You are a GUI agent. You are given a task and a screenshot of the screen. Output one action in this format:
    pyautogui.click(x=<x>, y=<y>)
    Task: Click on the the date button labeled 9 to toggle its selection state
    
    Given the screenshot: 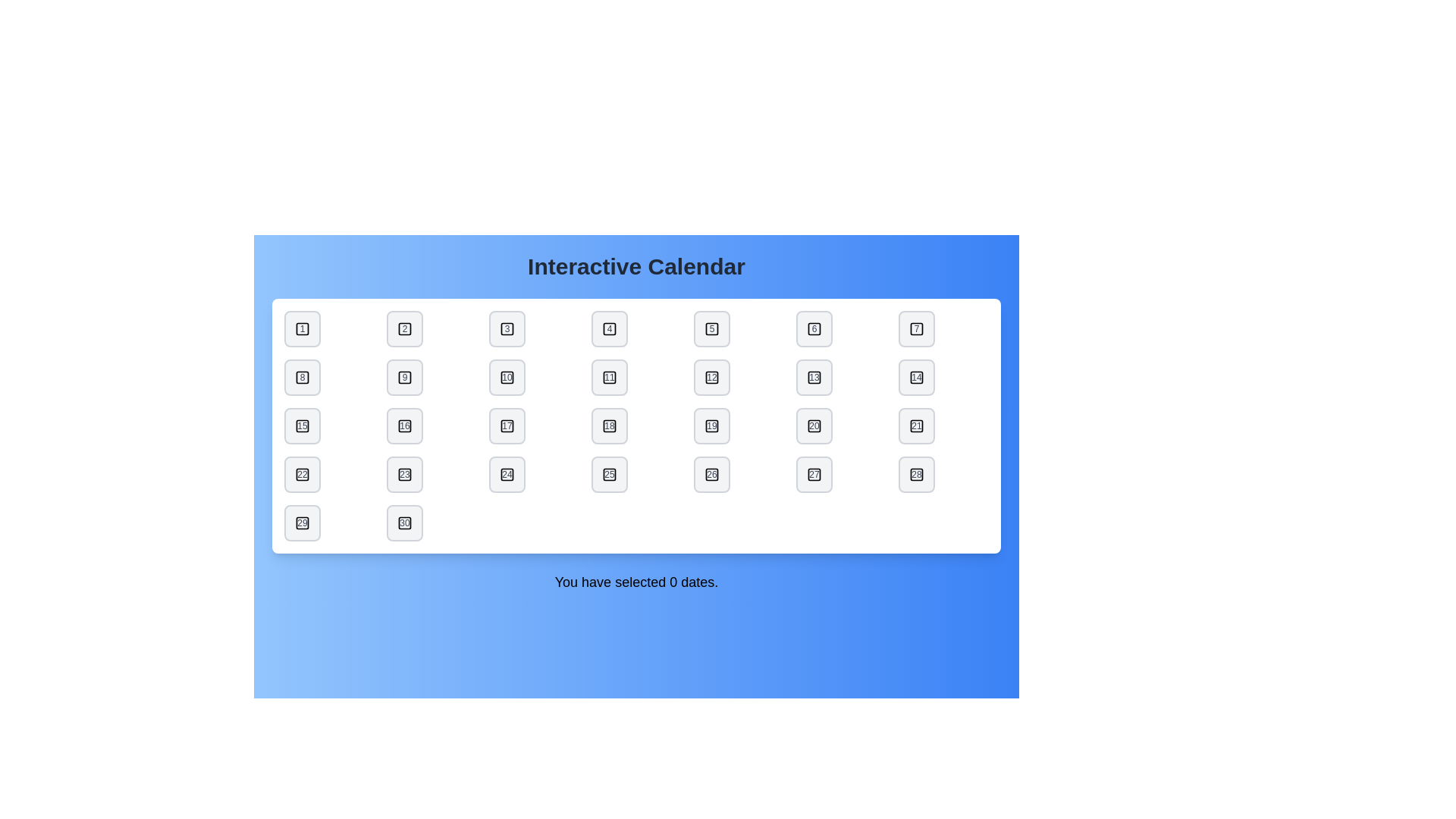 What is the action you would take?
    pyautogui.click(x=404, y=376)
    